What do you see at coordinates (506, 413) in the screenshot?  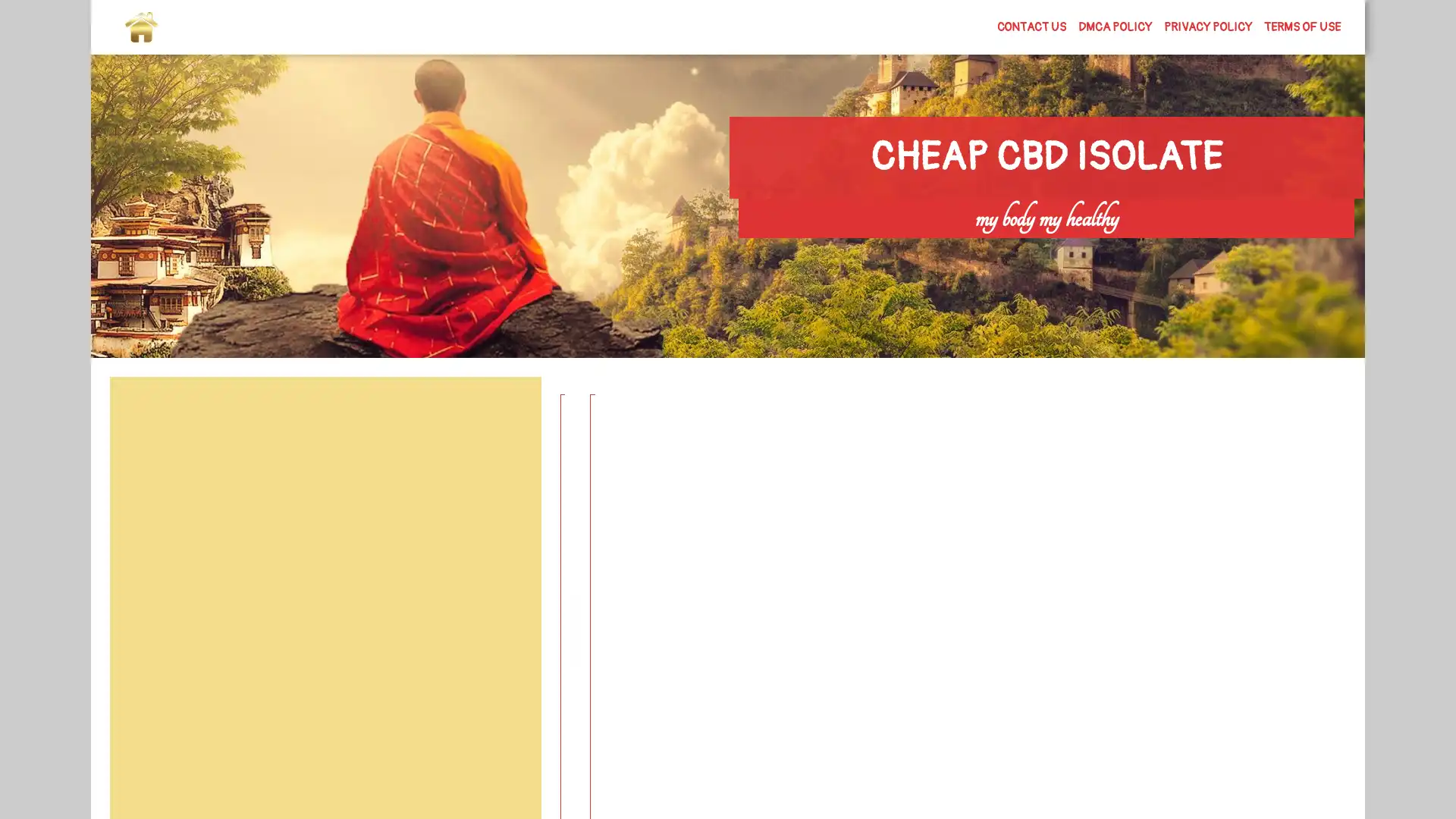 I see `Search` at bounding box center [506, 413].